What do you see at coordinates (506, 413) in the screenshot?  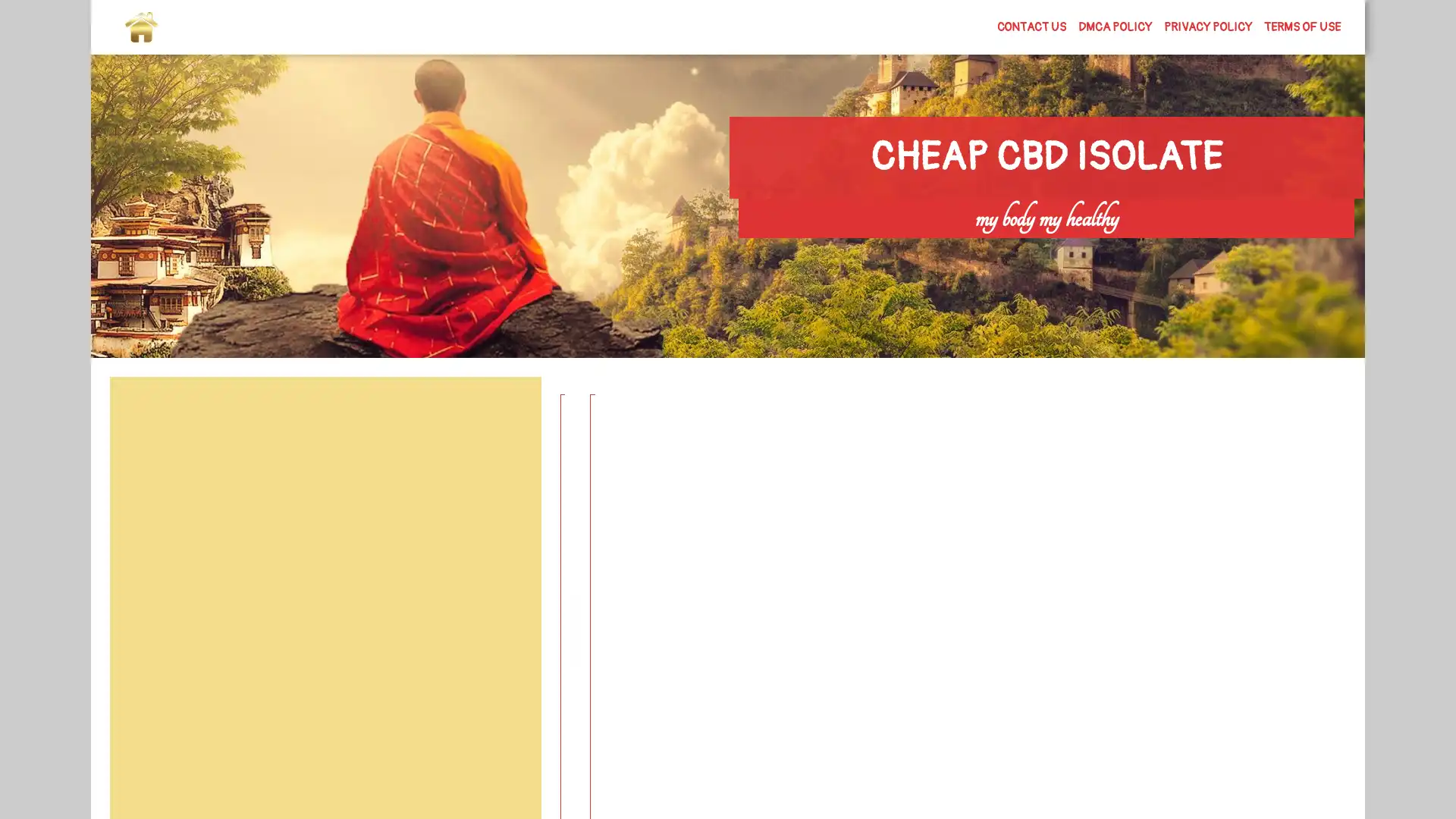 I see `Search` at bounding box center [506, 413].